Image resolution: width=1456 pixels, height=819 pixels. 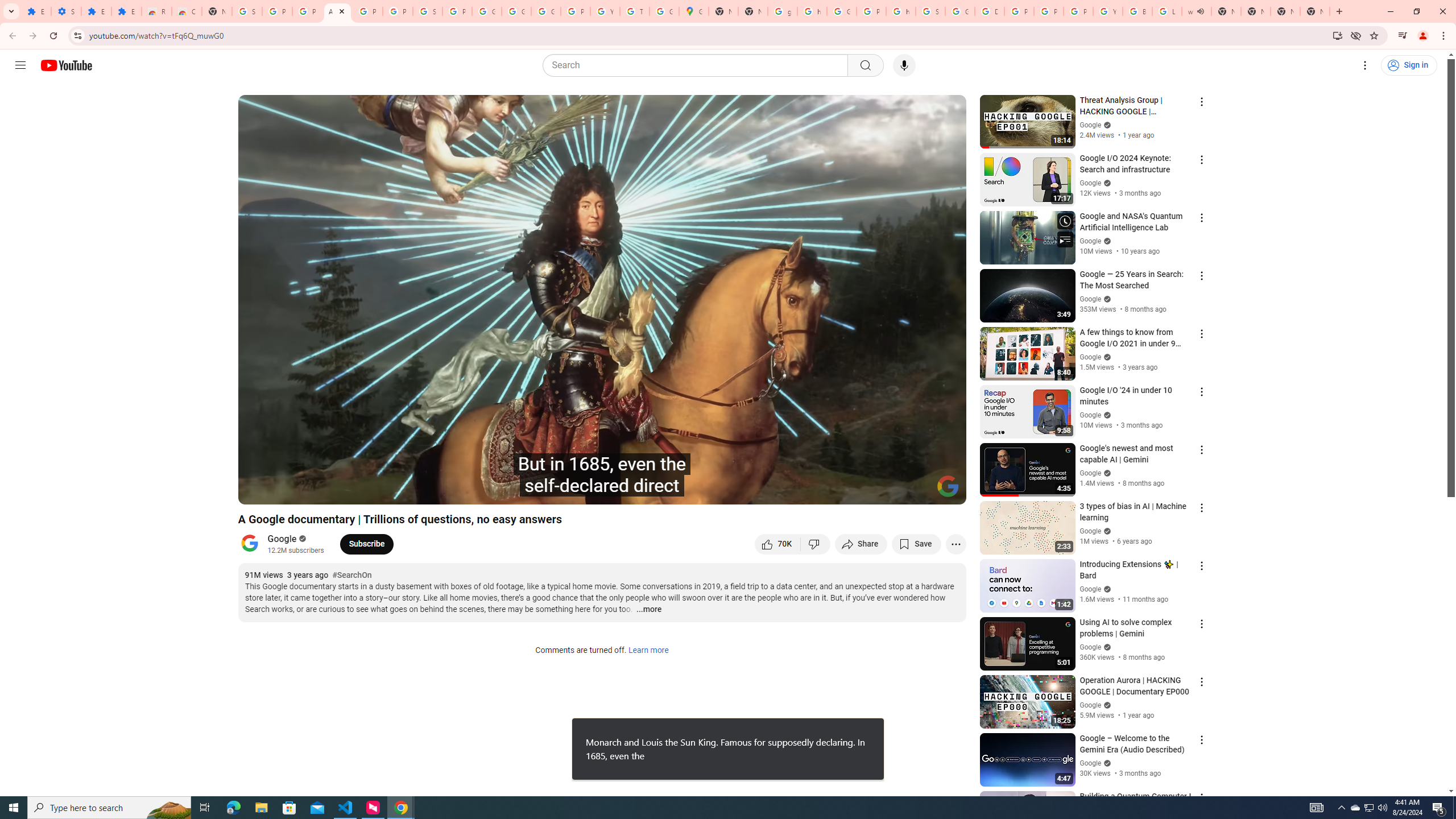 What do you see at coordinates (351, 575) in the screenshot?
I see `'#SearchOn'` at bounding box center [351, 575].